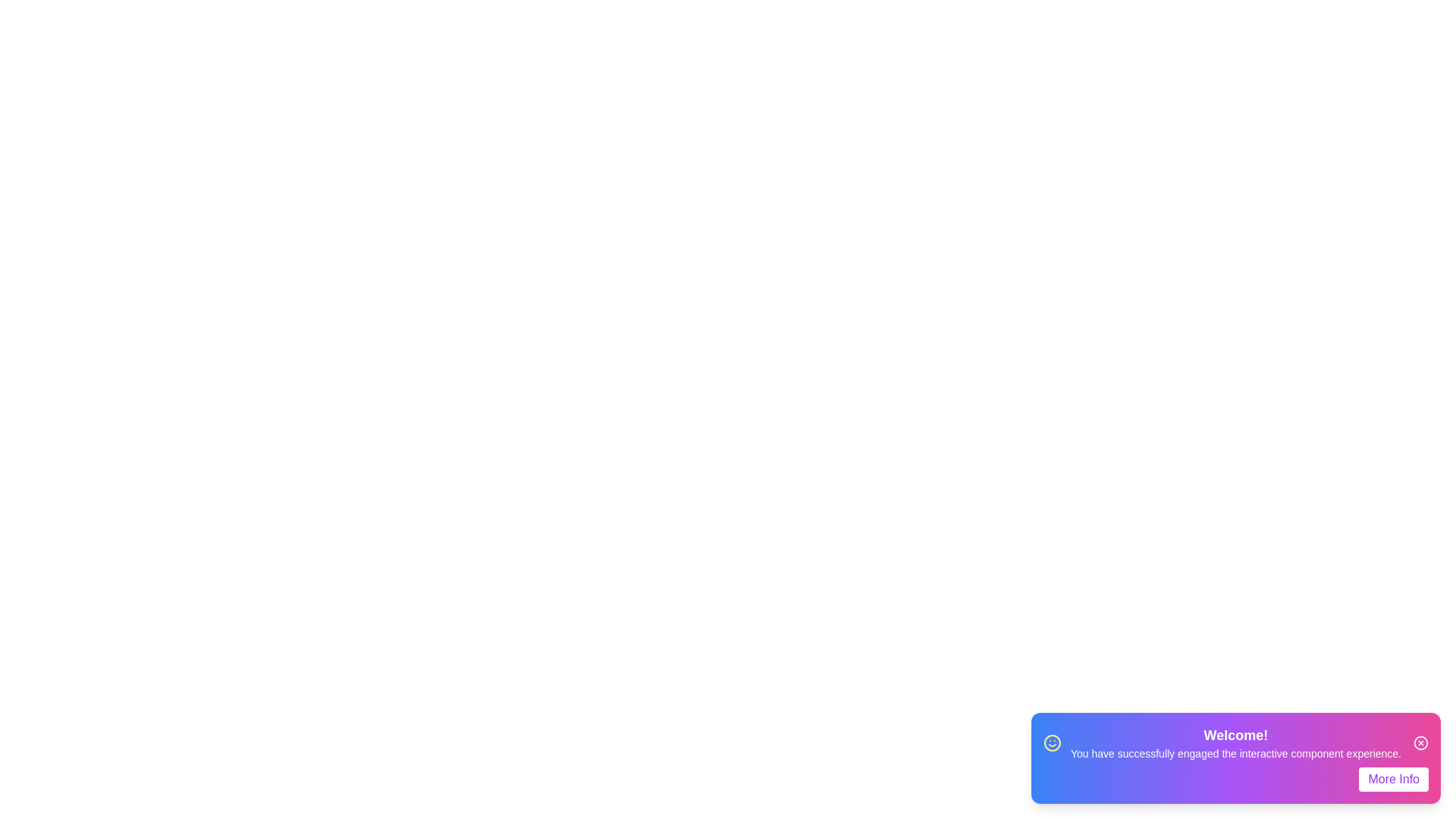 Image resolution: width=1456 pixels, height=819 pixels. I want to click on the close button of the snackbar to dismiss it, so click(1420, 742).